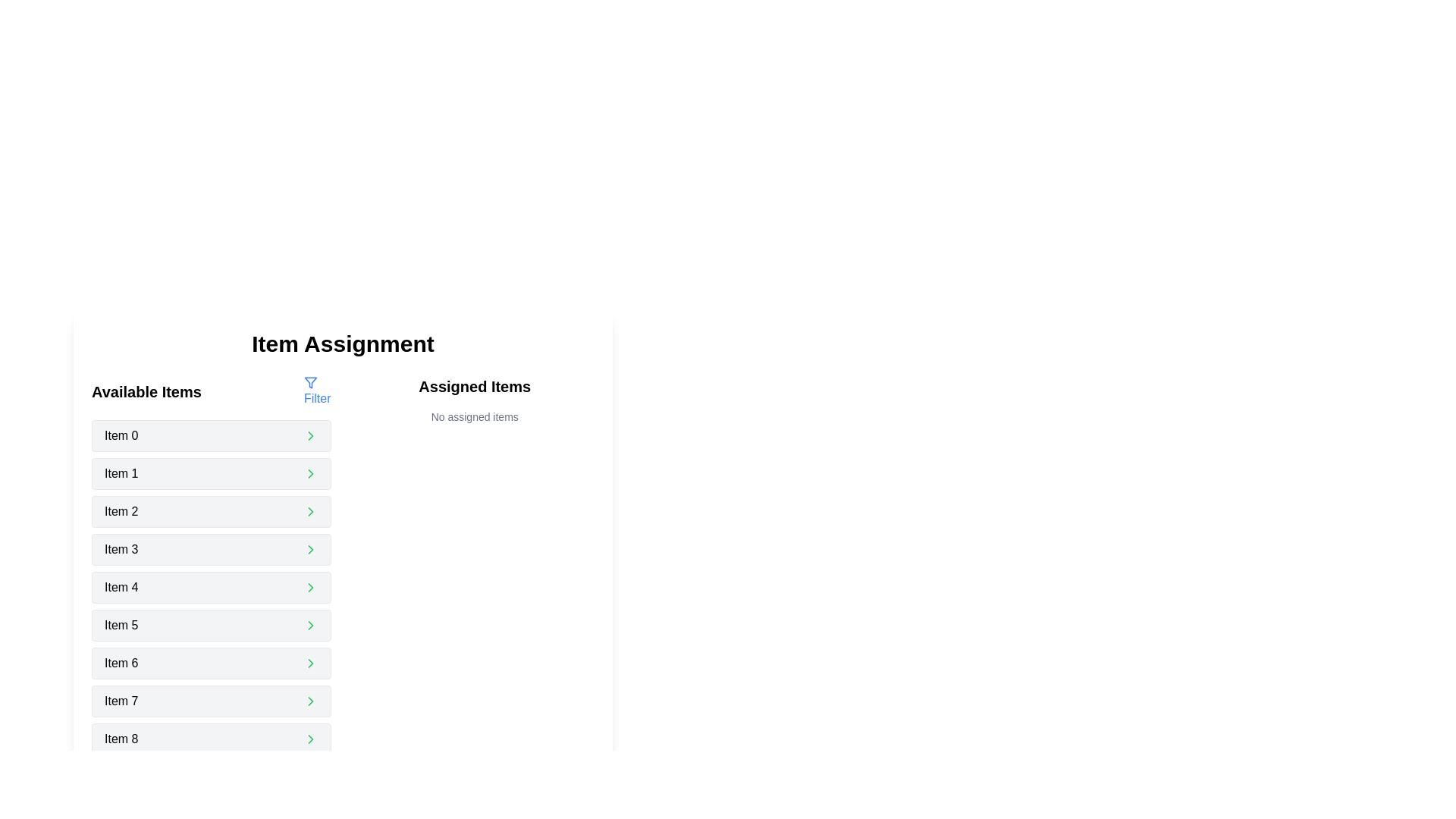  What do you see at coordinates (309, 382) in the screenshot?
I see `the triangular funnel icon next to the 'Filter' label, which is located above the available items list and adjacent to the filter checkbox` at bounding box center [309, 382].